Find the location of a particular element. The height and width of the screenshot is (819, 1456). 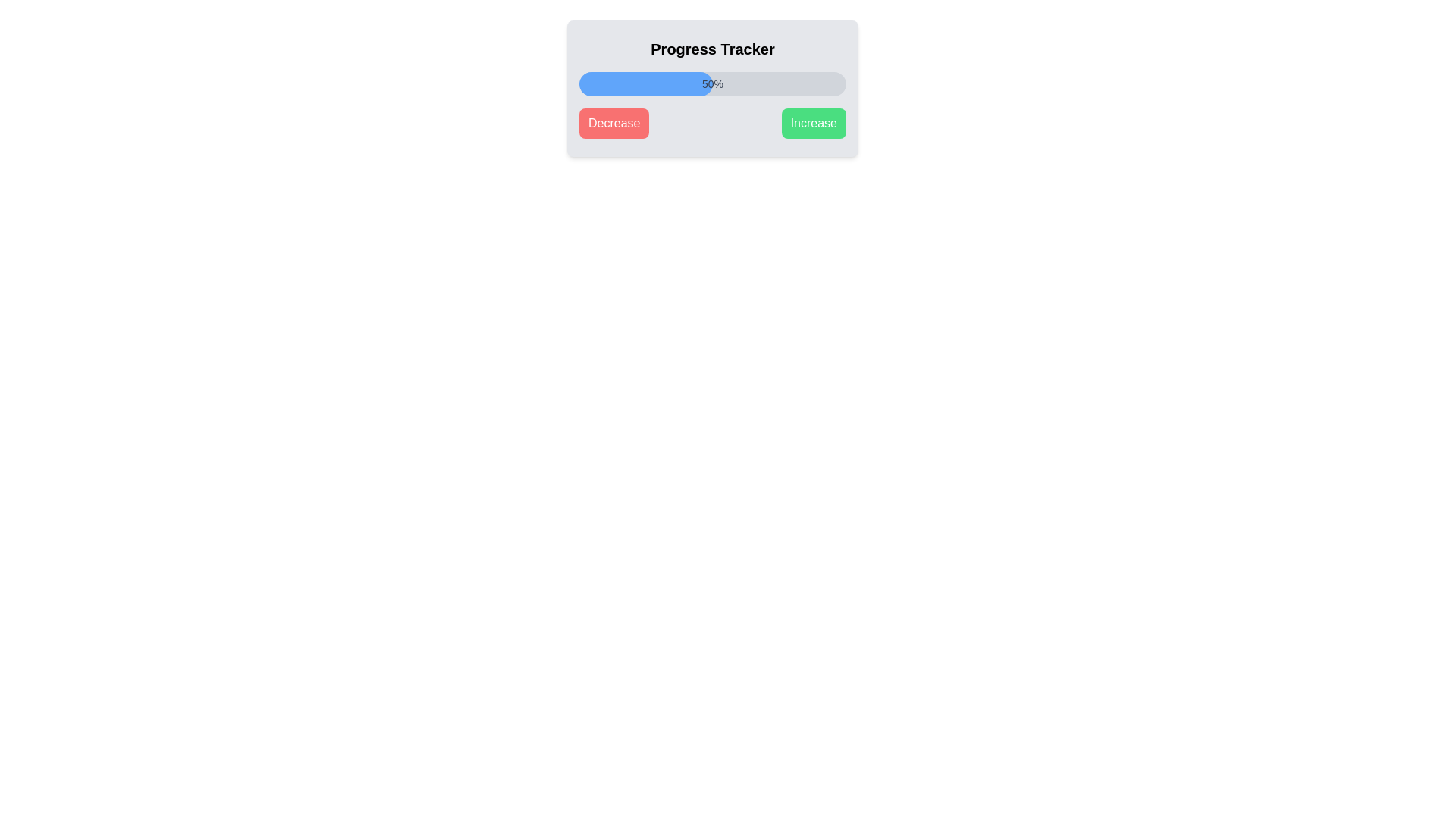

the progress indicator which visually represents the current progress in the progress tracker, located within a horizontal progress bar under the title 'Progress Tracker' is located at coordinates (645, 84).